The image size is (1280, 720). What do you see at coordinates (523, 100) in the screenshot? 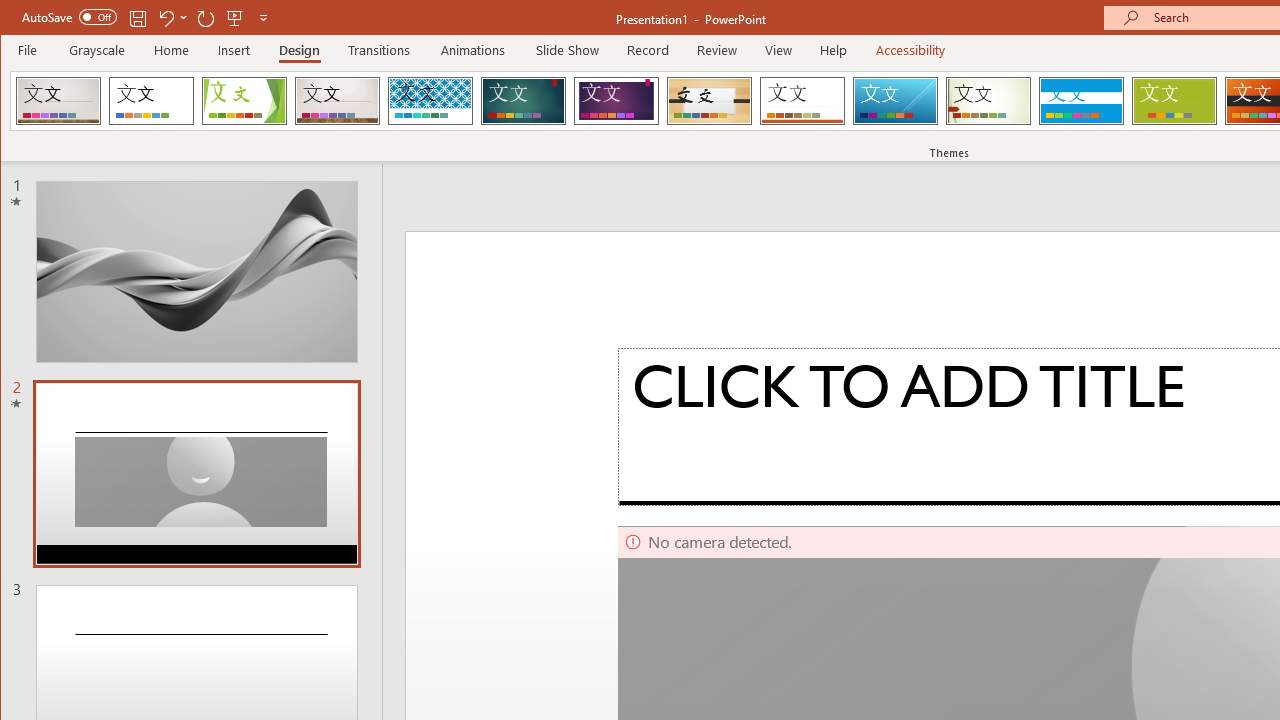
I see `'Ion'` at bounding box center [523, 100].